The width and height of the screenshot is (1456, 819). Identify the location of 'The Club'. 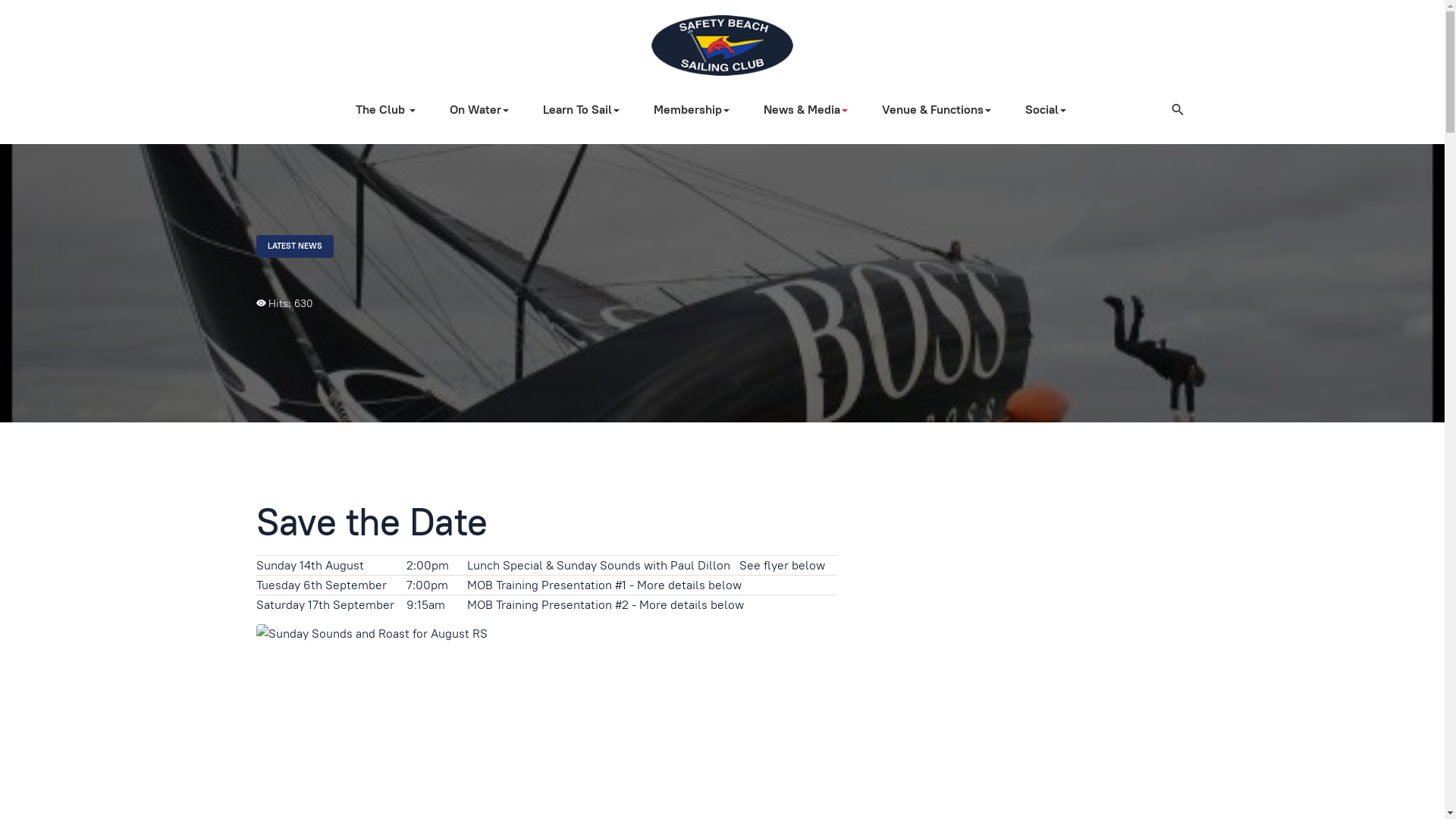
(391, 109).